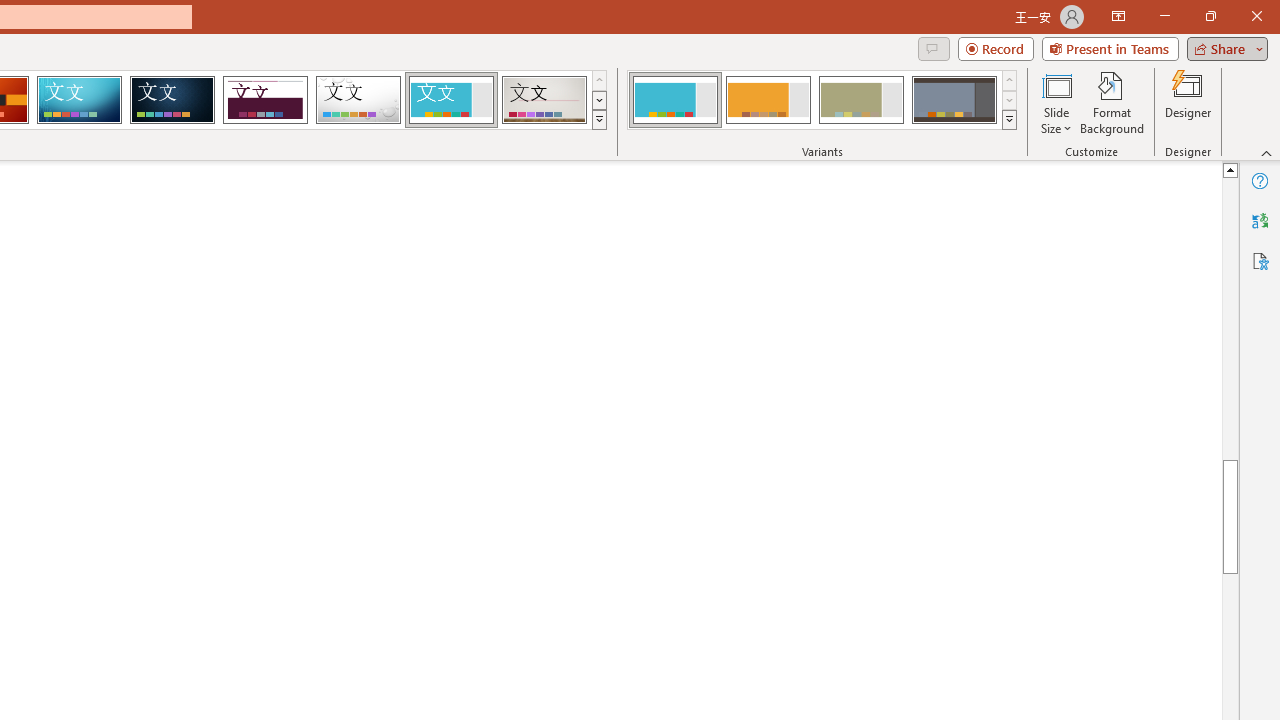 The image size is (1280, 720). What do you see at coordinates (358, 100) in the screenshot?
I see `'Droplet'` at bounding box center [358, 100].